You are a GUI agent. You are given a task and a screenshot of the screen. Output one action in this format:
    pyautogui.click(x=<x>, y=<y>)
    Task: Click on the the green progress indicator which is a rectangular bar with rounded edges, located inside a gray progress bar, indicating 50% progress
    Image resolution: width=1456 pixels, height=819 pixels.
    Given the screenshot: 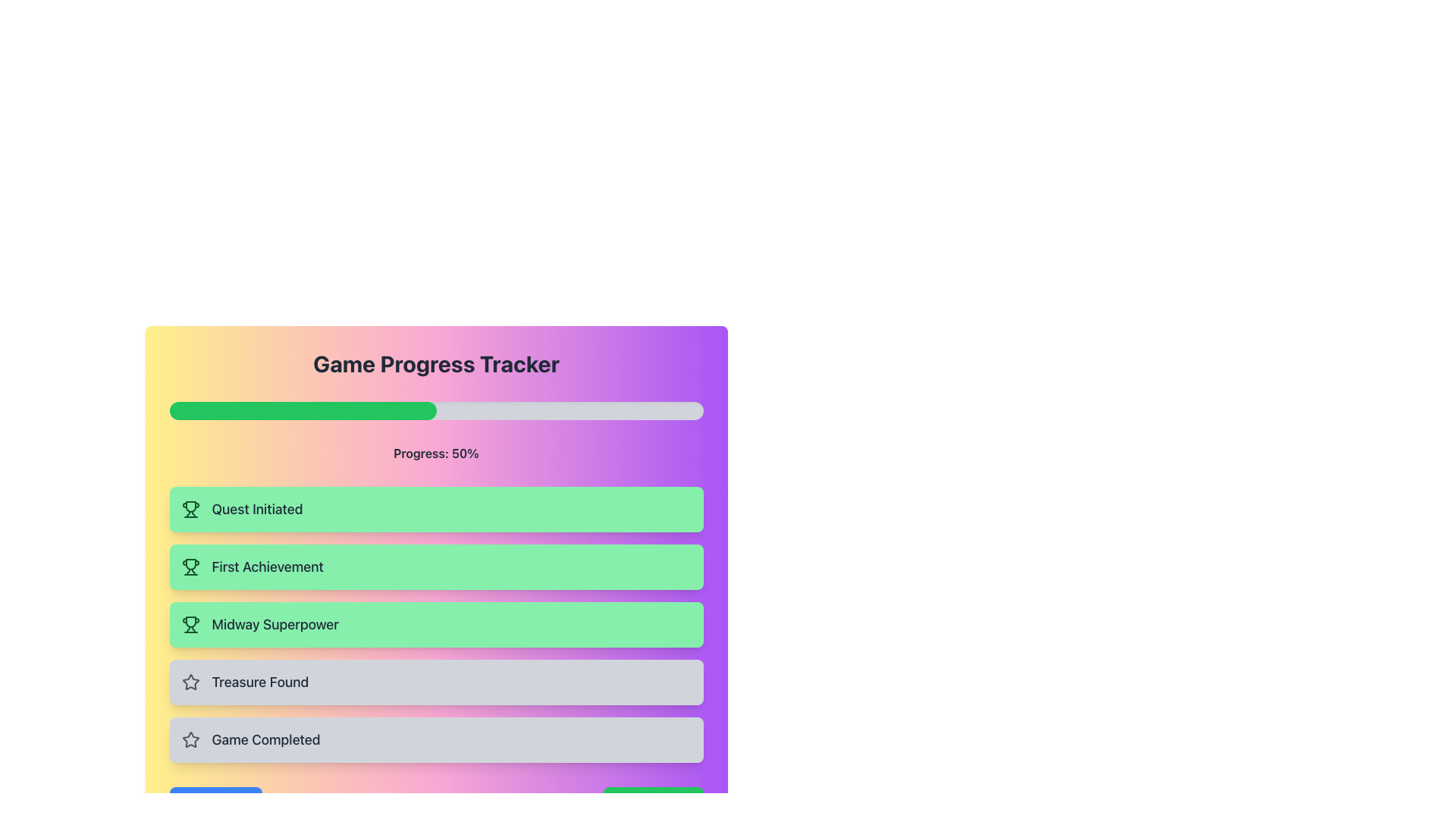 What is the action you would take?
    pyautogui.click(x=303, y=411)
    